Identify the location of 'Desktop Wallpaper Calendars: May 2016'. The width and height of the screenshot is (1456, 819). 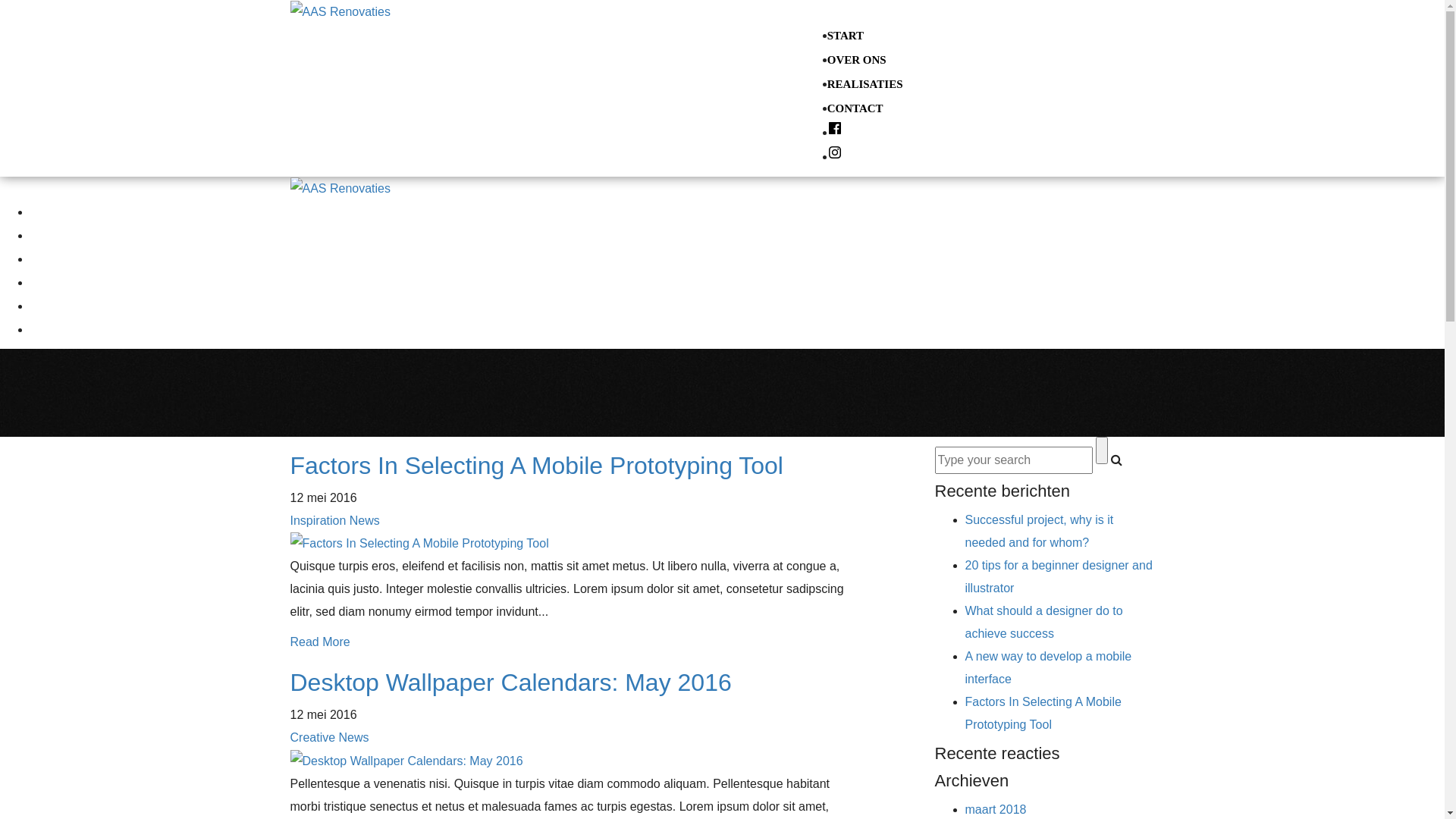
(510, 681).